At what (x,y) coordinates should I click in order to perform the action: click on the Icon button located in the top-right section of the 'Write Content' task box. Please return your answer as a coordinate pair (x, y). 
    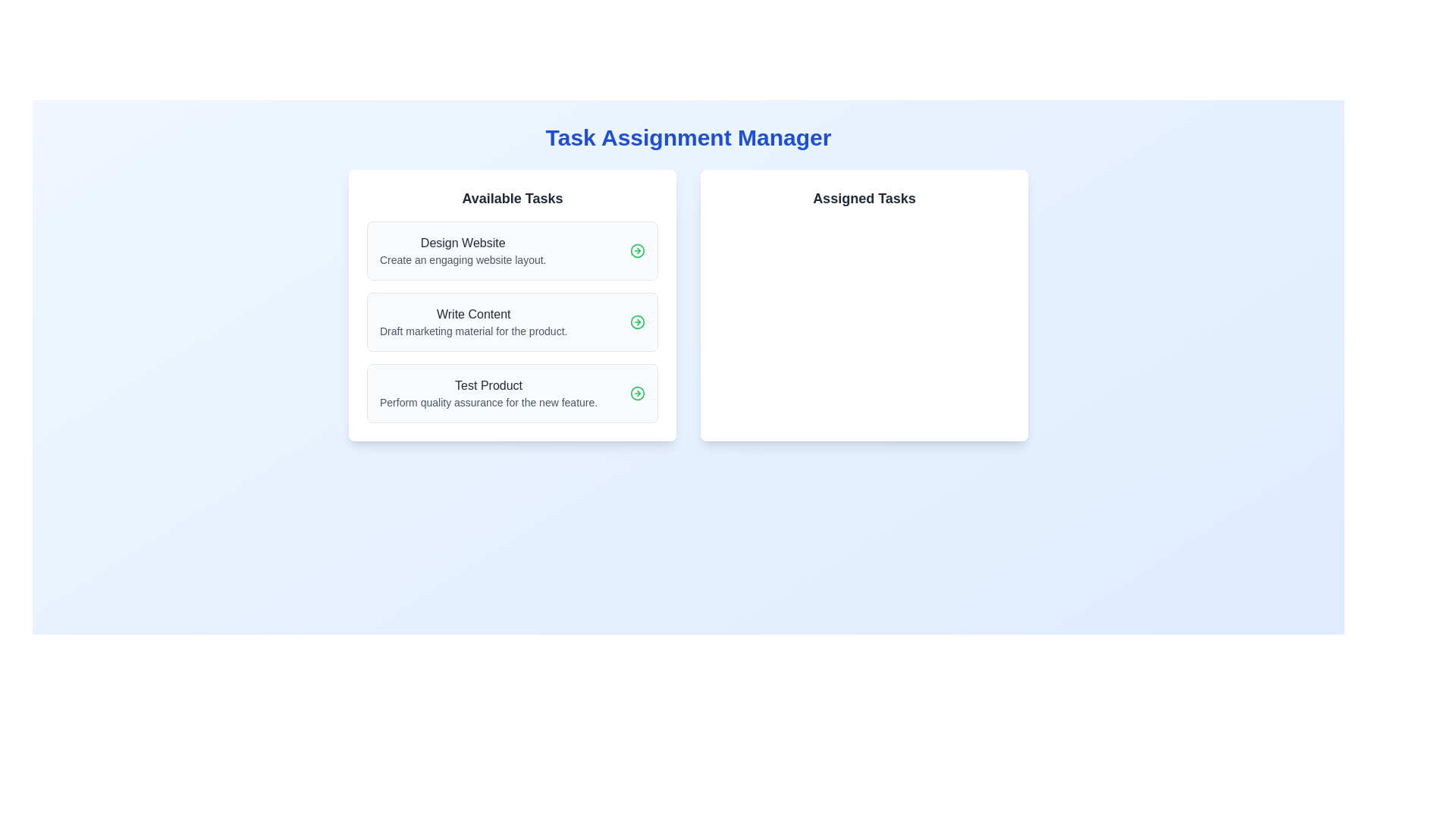
    Looking at the image, I should click on (637, 321).